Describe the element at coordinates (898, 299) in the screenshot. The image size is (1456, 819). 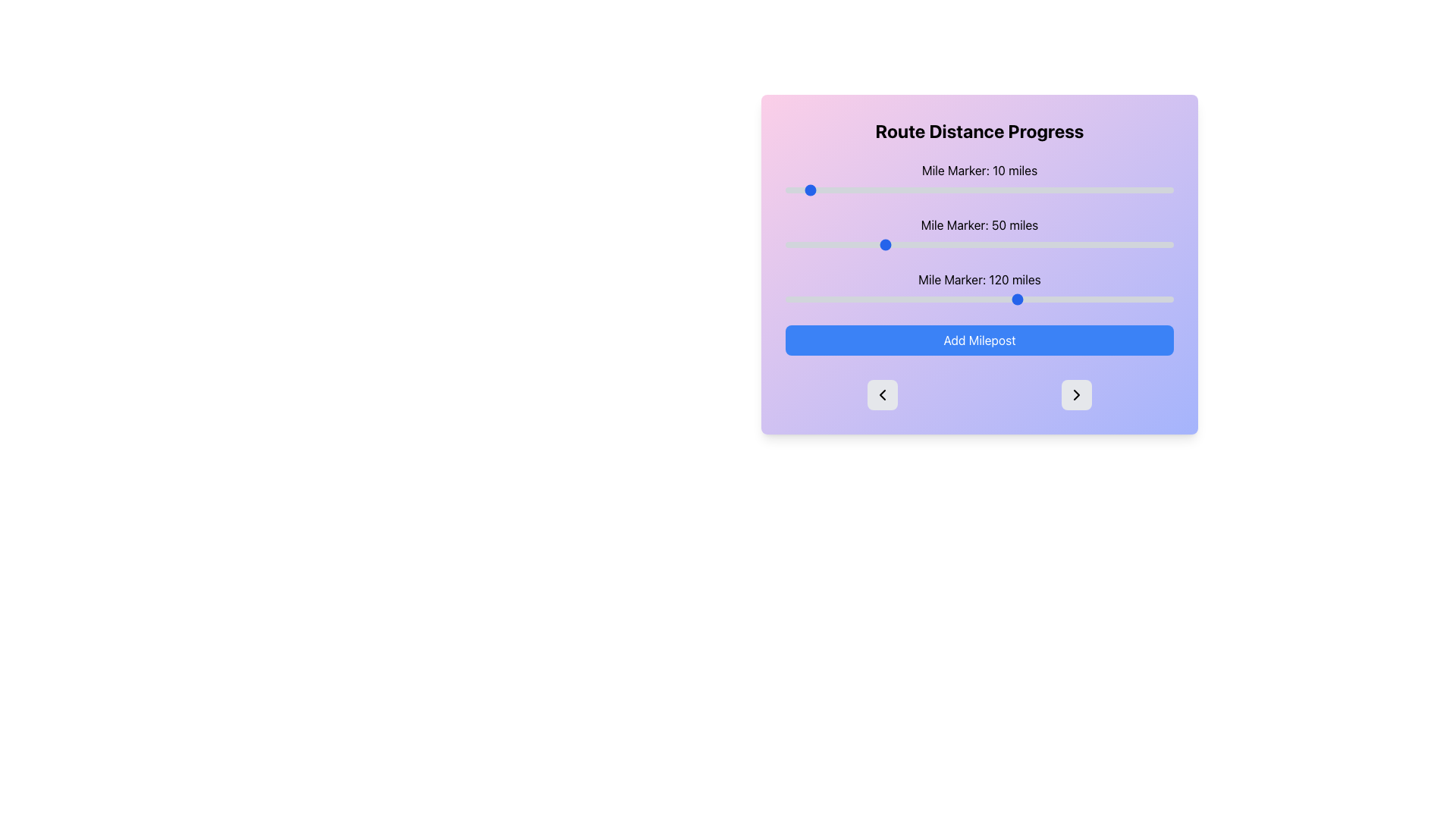
I see `the mile marker` at that location.